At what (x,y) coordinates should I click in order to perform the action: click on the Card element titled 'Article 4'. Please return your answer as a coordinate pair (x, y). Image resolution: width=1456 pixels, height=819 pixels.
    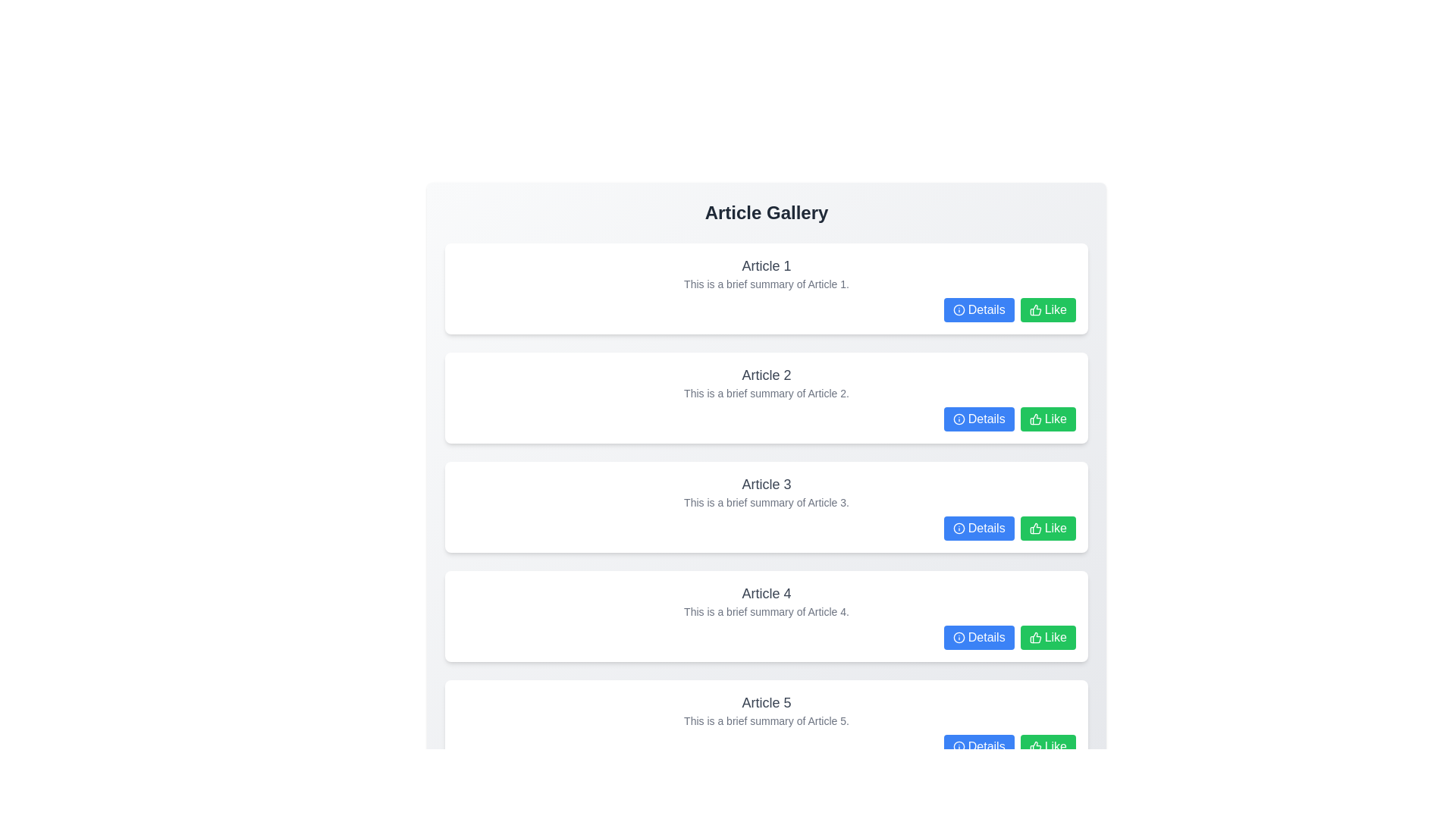
    Looking at the image, I should click on (767, 617).